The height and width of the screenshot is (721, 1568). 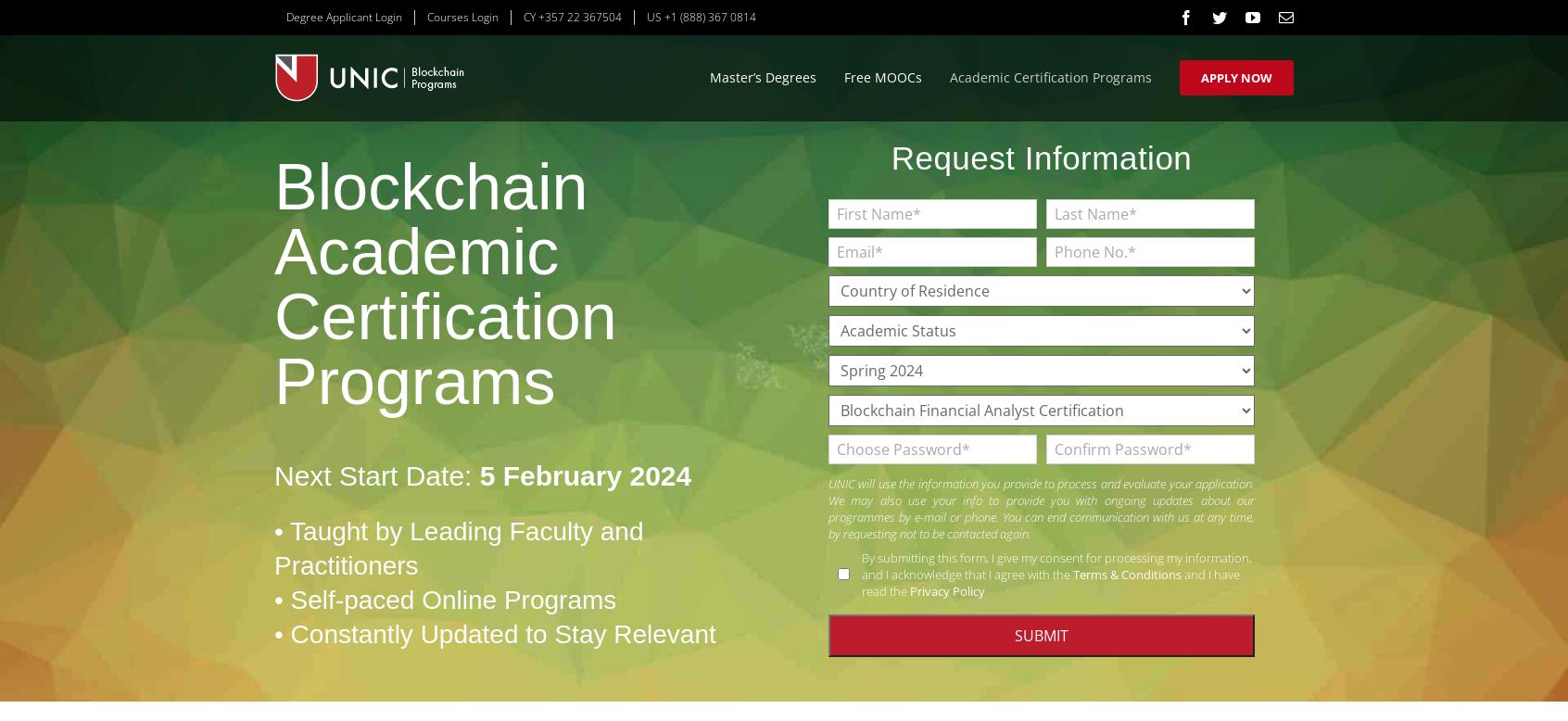 I want to click on '• Self-paced Online Programs', so click(x=444, y=599).